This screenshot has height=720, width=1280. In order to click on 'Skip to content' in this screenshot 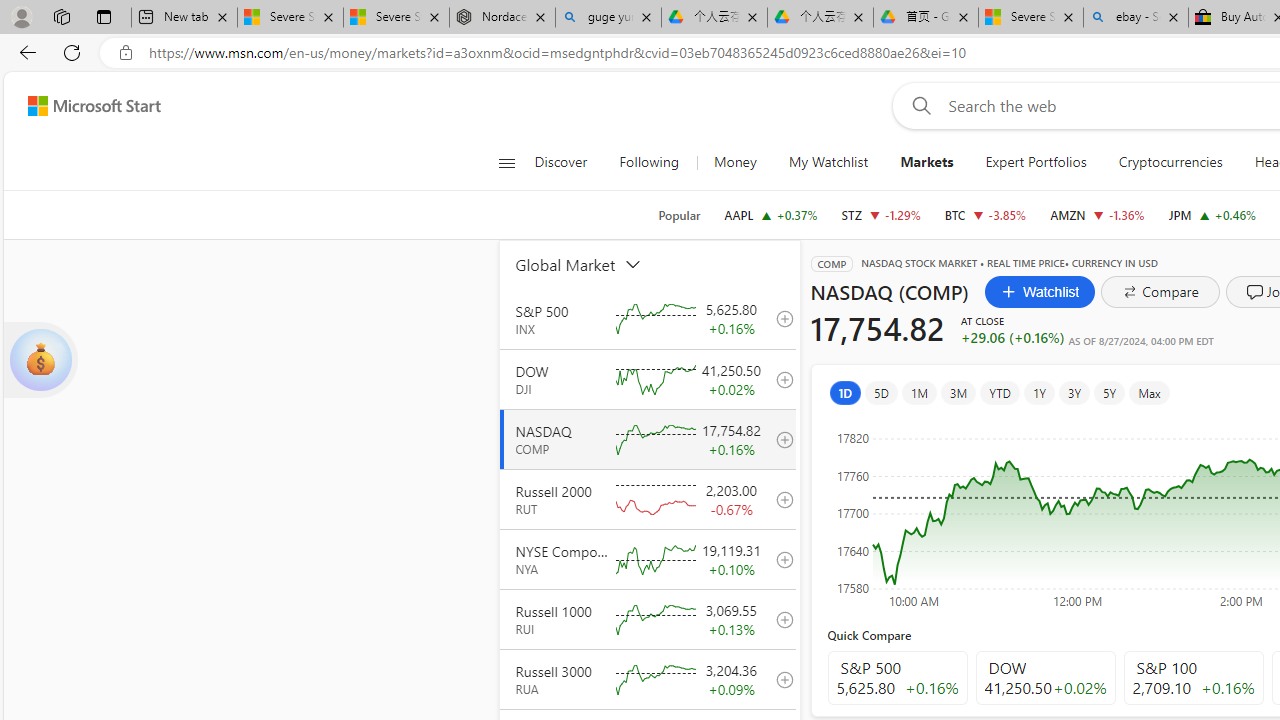, I will do `click(86, 105)`.